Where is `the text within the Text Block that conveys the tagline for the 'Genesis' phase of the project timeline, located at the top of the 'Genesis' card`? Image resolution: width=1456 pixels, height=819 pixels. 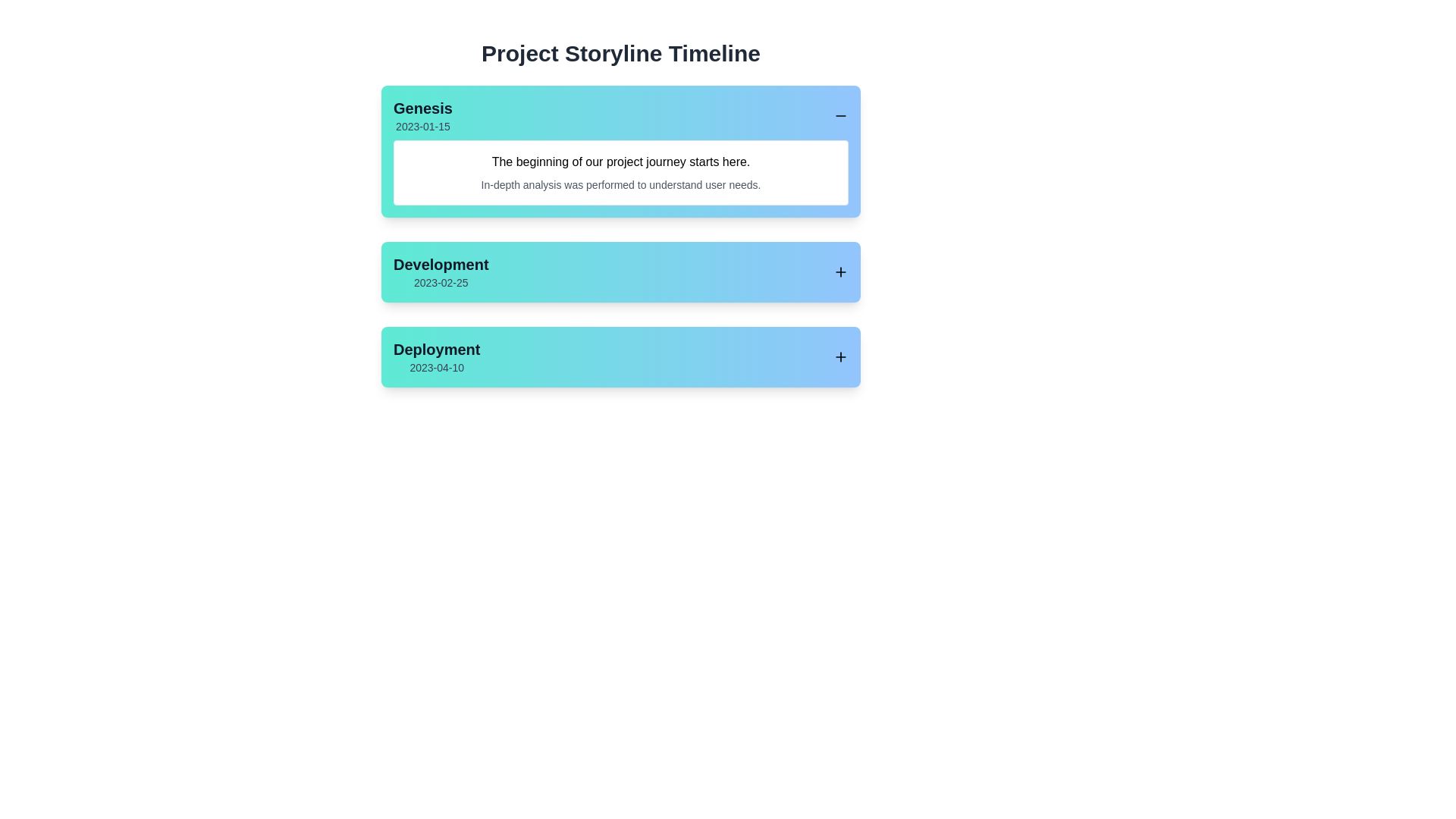 the text within the Text Block that conveys the tagline for the 'Genesis' phase of the project timeline, located at the top of the 'Genesis' card is located at coordinates (621, 162).